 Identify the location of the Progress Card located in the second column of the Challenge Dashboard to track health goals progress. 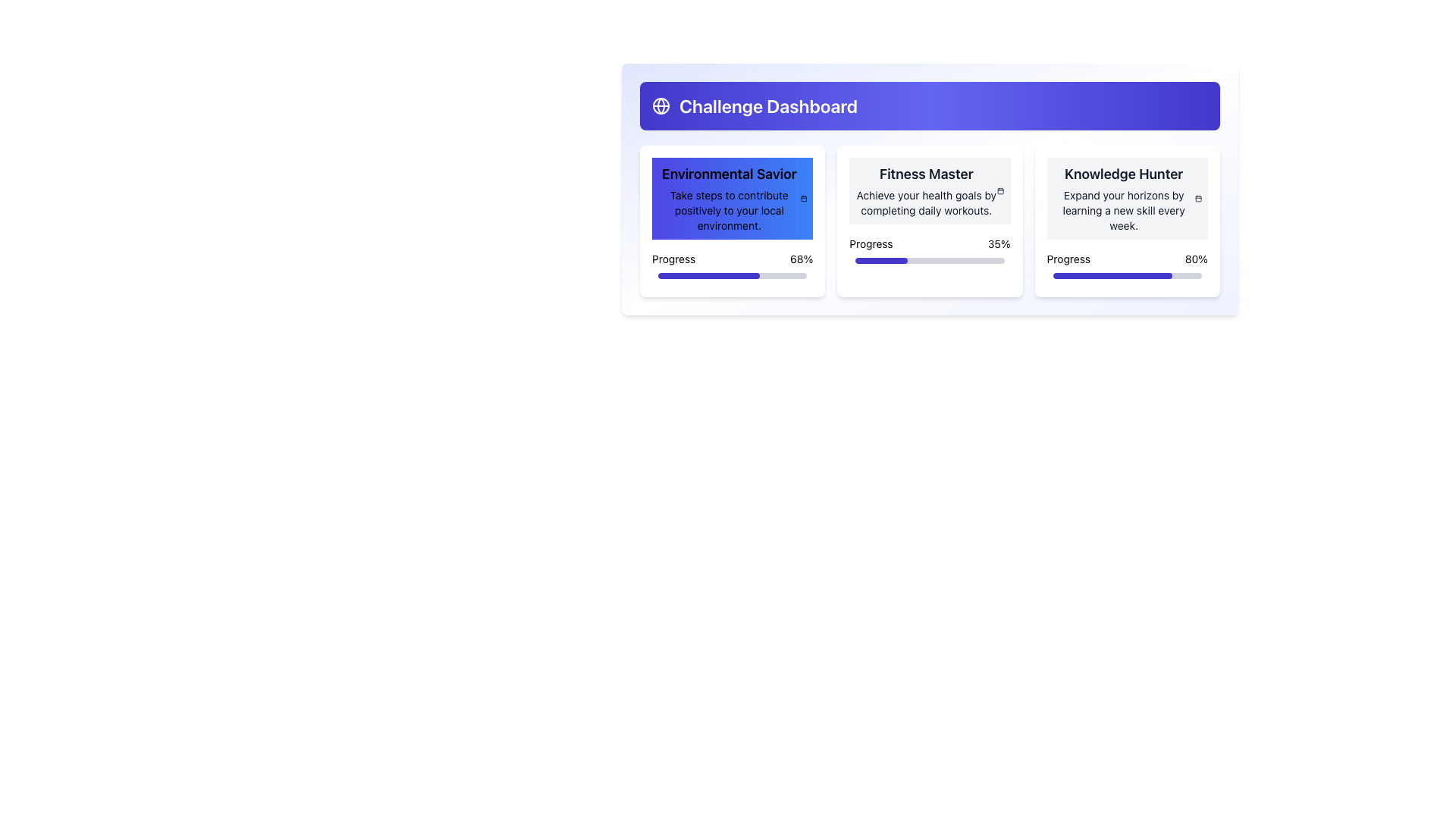
(929, 189).